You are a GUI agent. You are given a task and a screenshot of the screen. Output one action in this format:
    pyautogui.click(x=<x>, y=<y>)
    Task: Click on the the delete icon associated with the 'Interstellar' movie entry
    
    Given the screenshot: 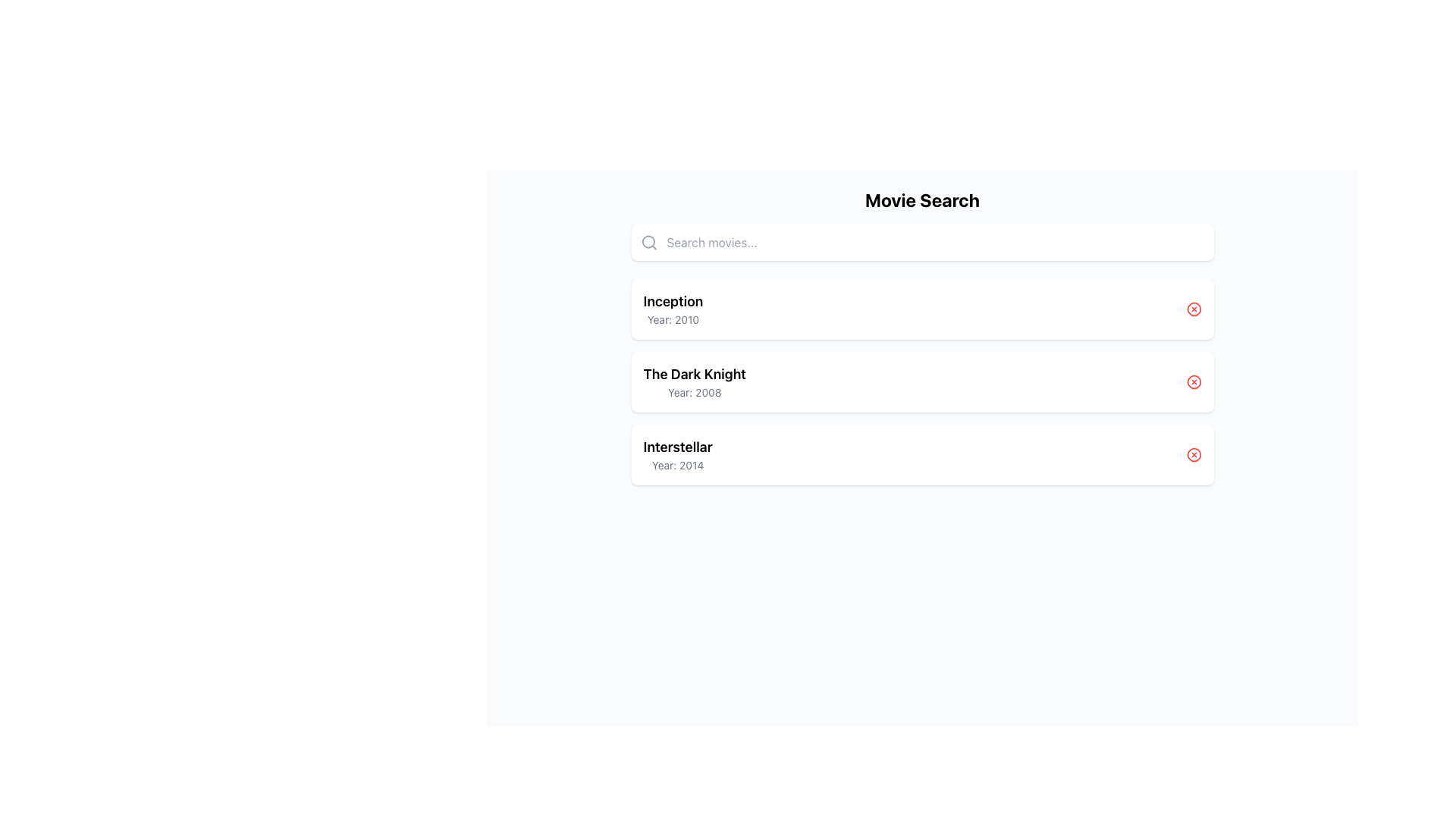 What is the action you would take?
    pyautogui.click(x=1193, y=454)
    